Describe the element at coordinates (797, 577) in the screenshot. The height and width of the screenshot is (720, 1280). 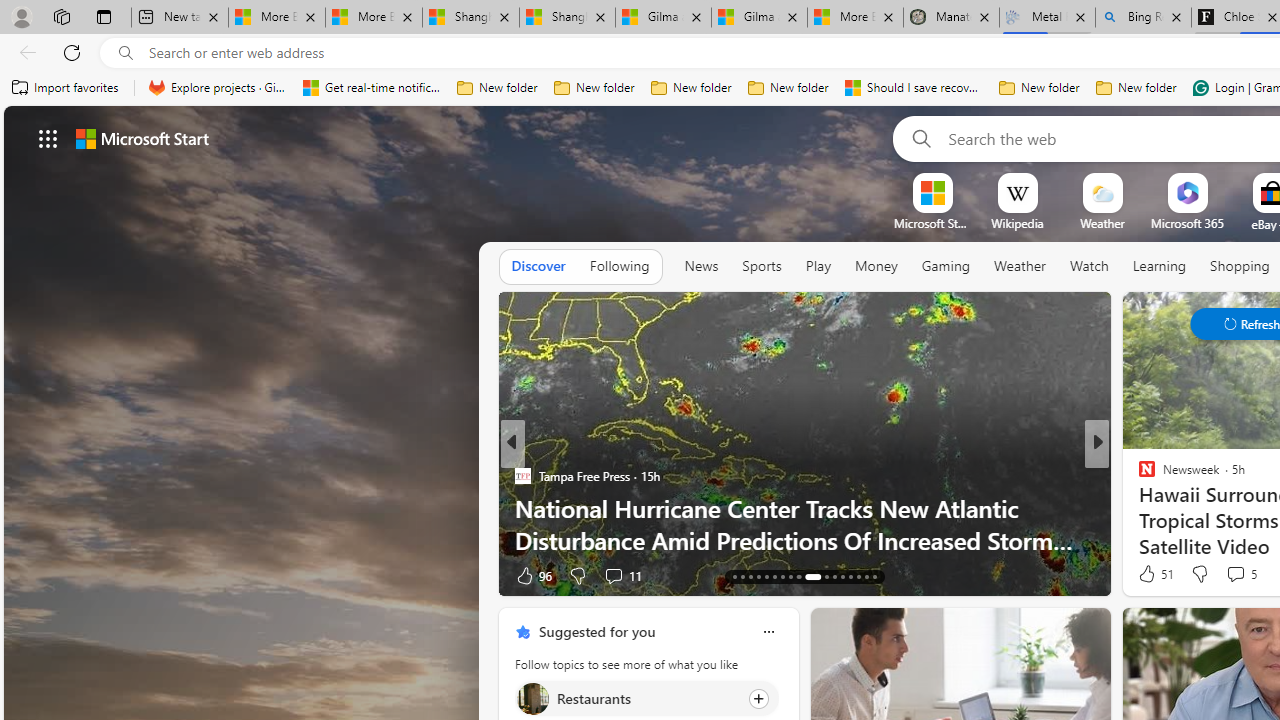
I see `'AutomationID: tab-25'` at that location.